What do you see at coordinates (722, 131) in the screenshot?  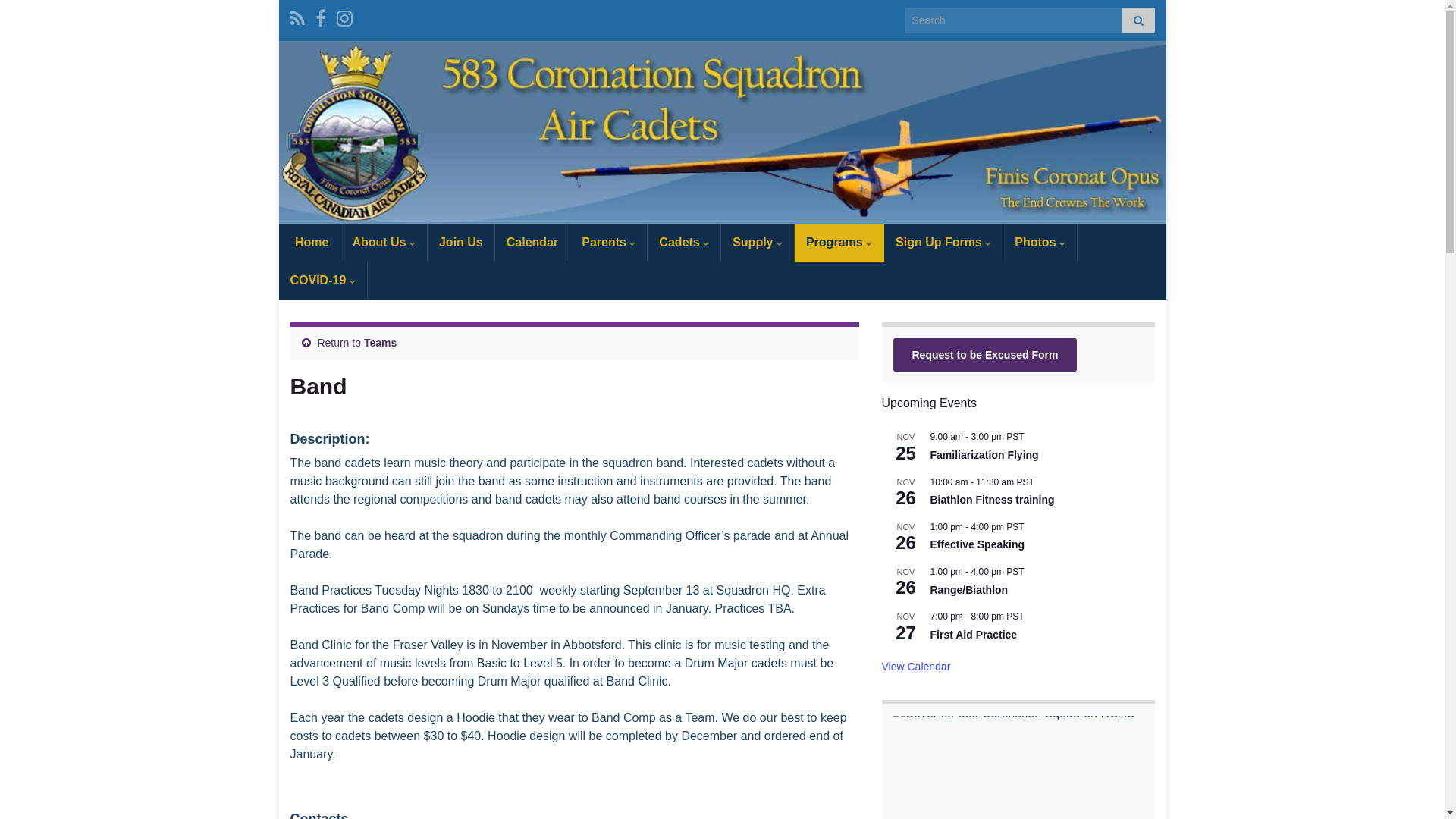 I see `'583cadetsbanner01t'` at bounding box center [722, 131].